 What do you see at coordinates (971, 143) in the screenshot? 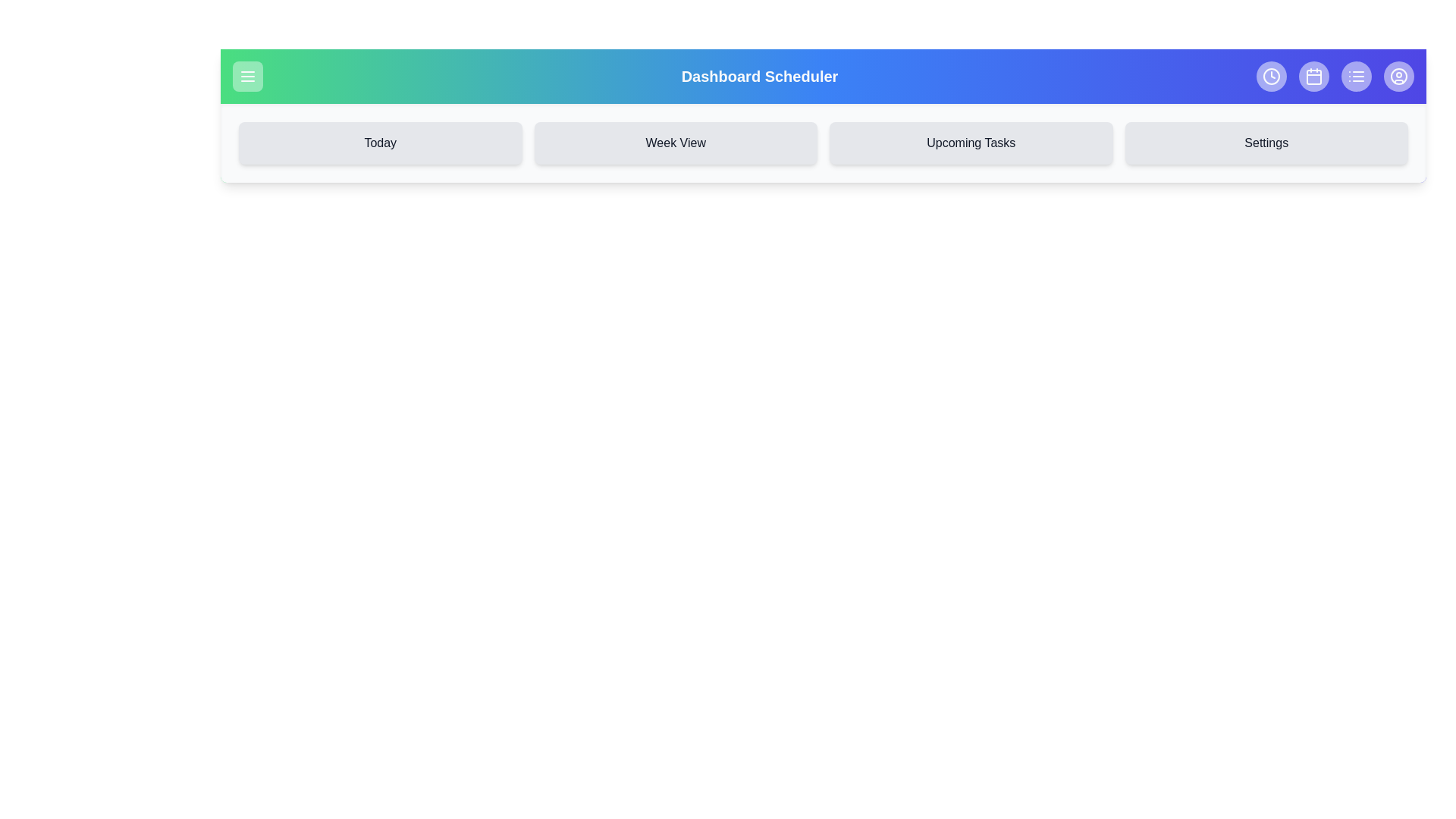
I see `the navigation button labeled Upcoming Tasks` at bounding box center [971, 143].